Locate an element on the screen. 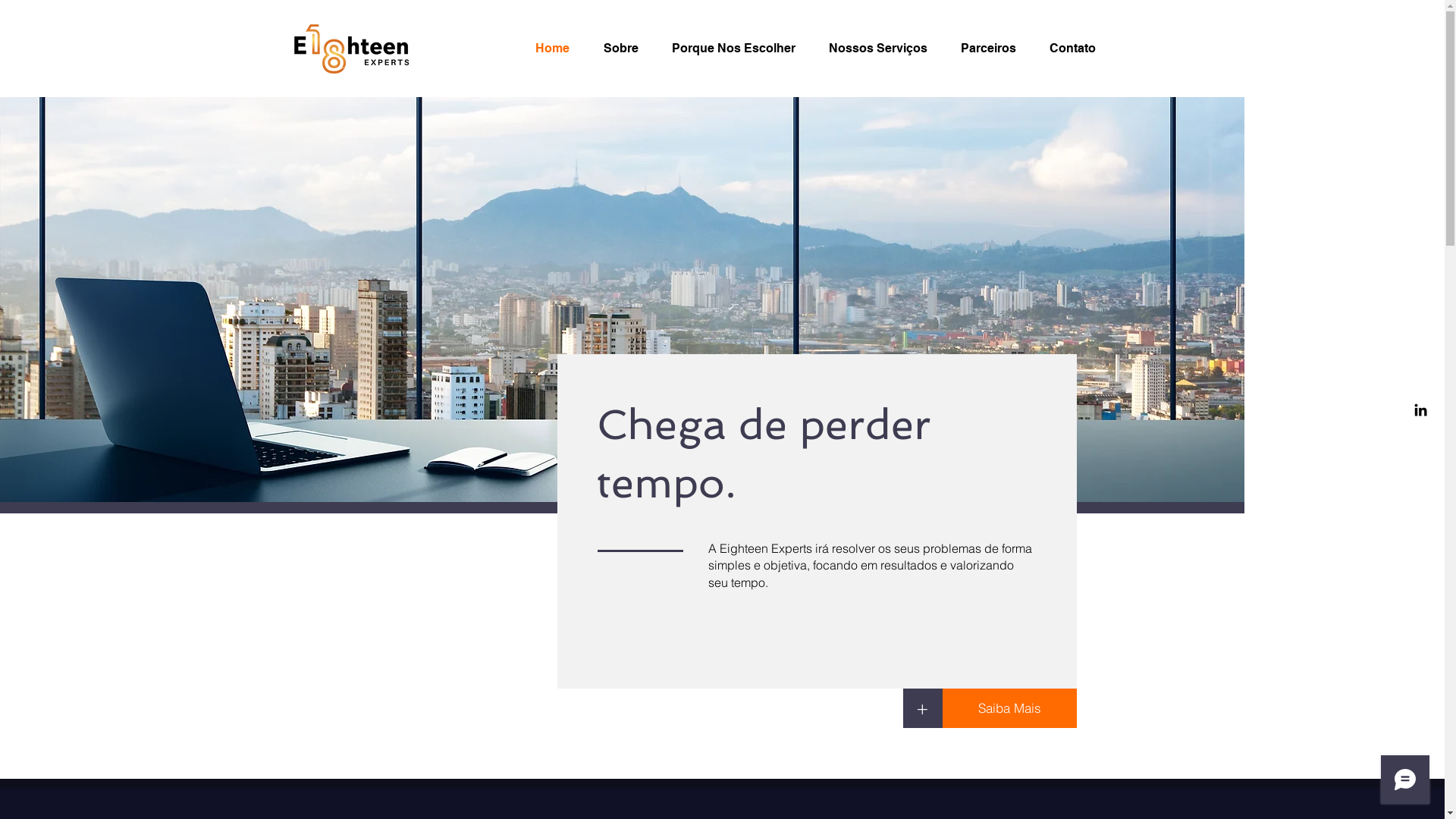 This screenshot has width=1456, height=819. 'Sobre' is located at coordinates (626, 48).